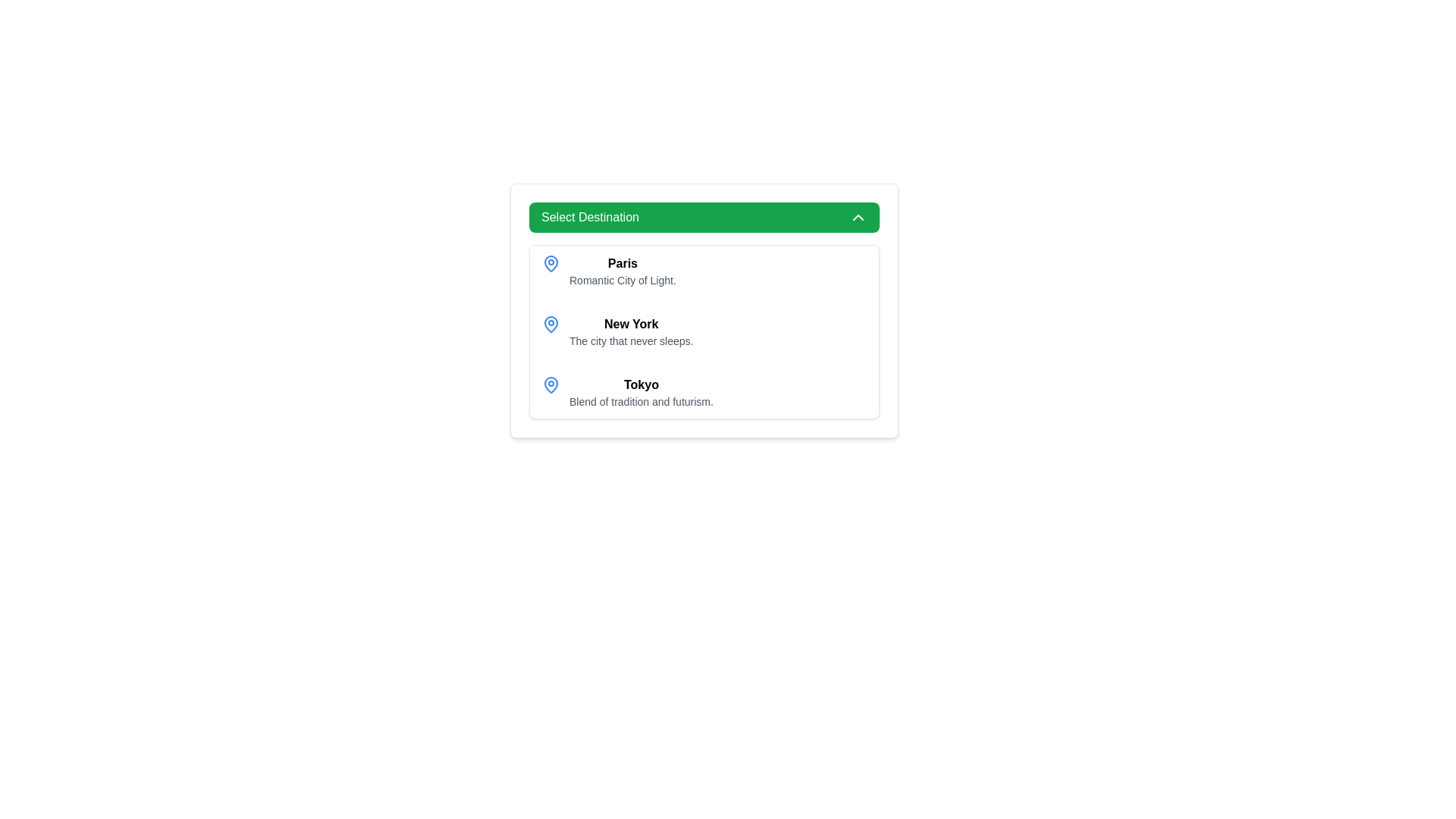 The image size is (1456, 819). Describe the element at coordinates (550, 262) in the screenshot. I see `the blue map pin icon located to the left of the list item labeled 'Paris Romantic City of Light.'` at that location.